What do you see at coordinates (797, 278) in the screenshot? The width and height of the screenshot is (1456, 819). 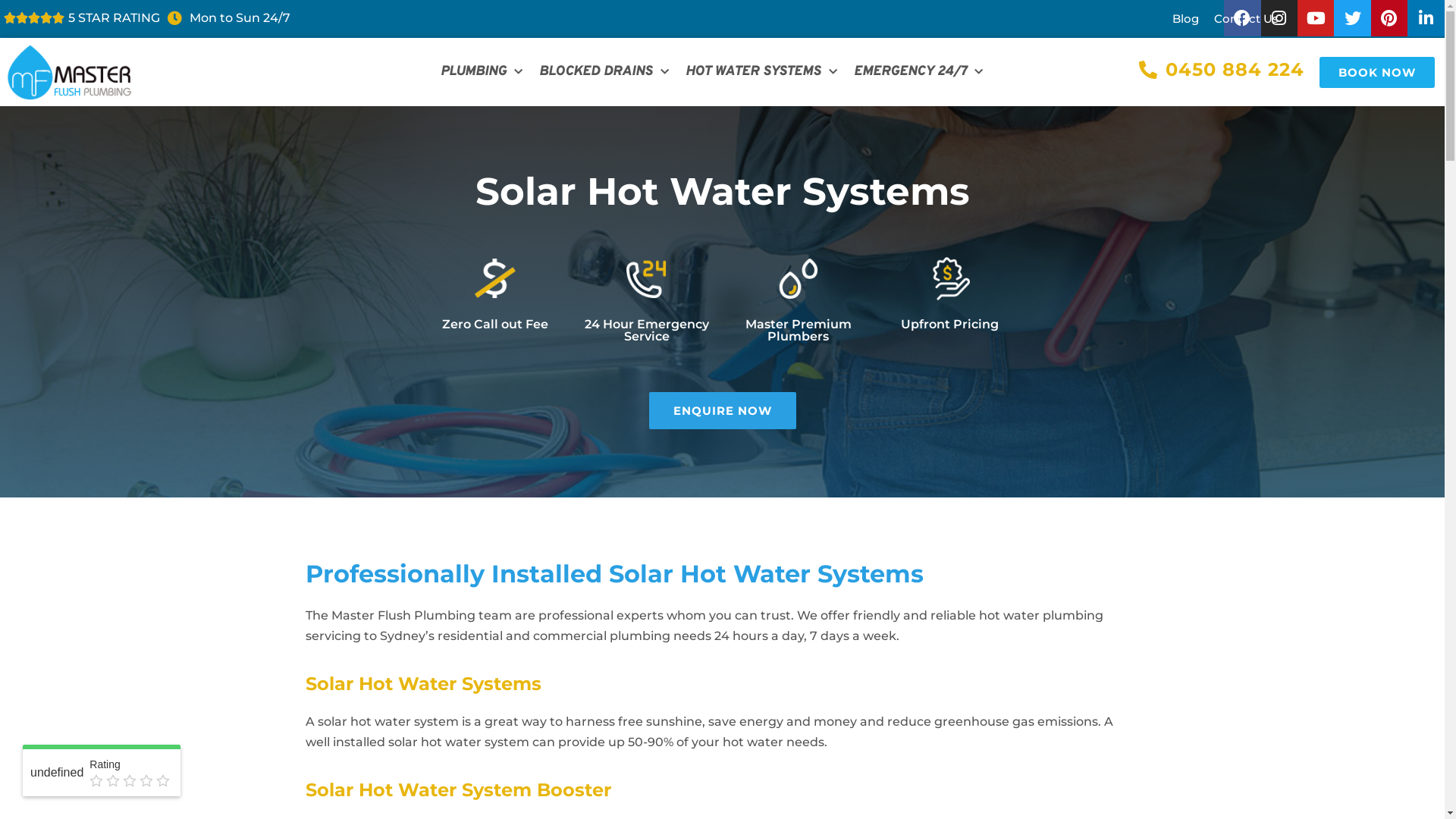 I see `'t-premium'` at bounding box center [797, 278].